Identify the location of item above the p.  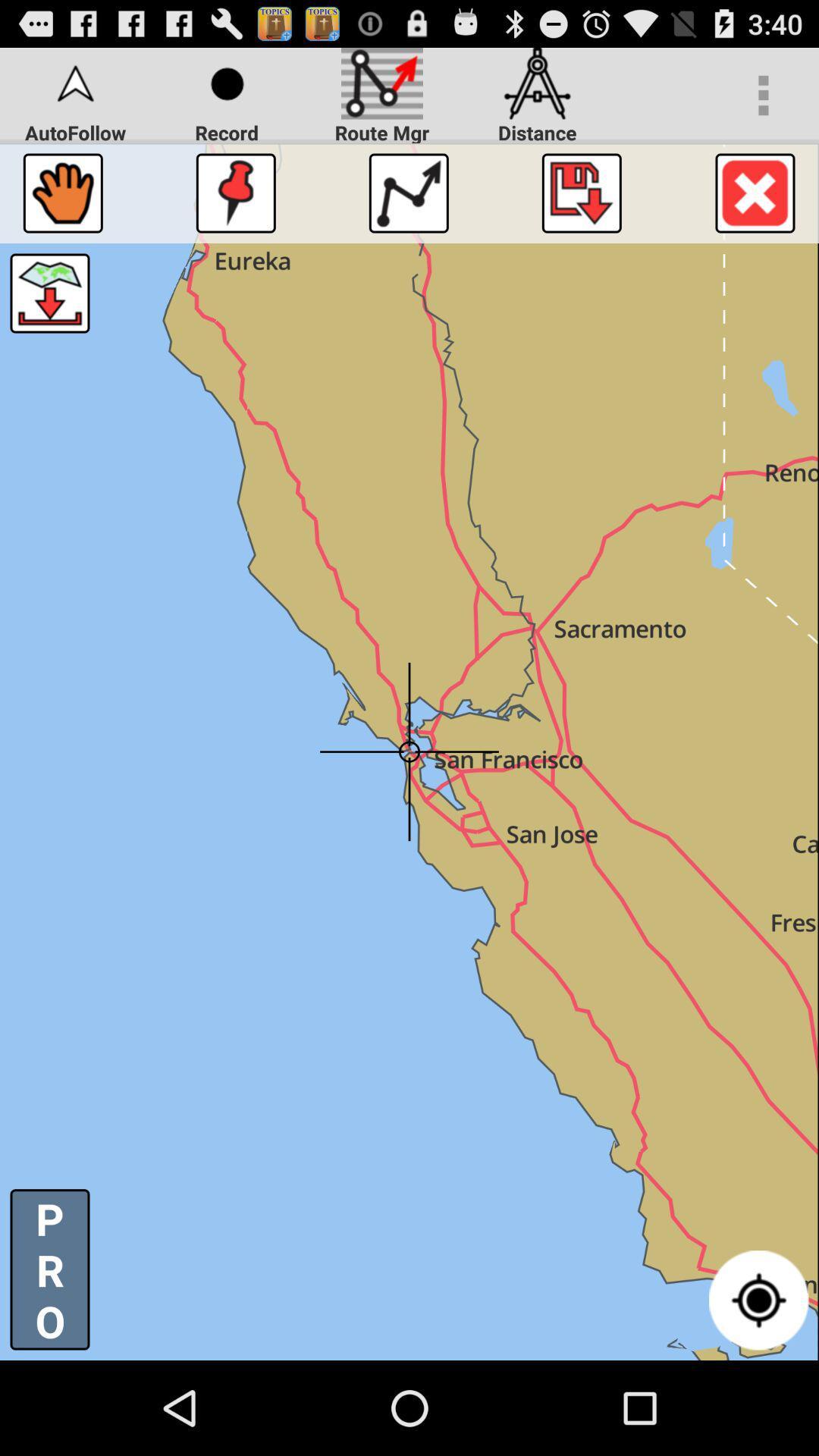
(49, 293).